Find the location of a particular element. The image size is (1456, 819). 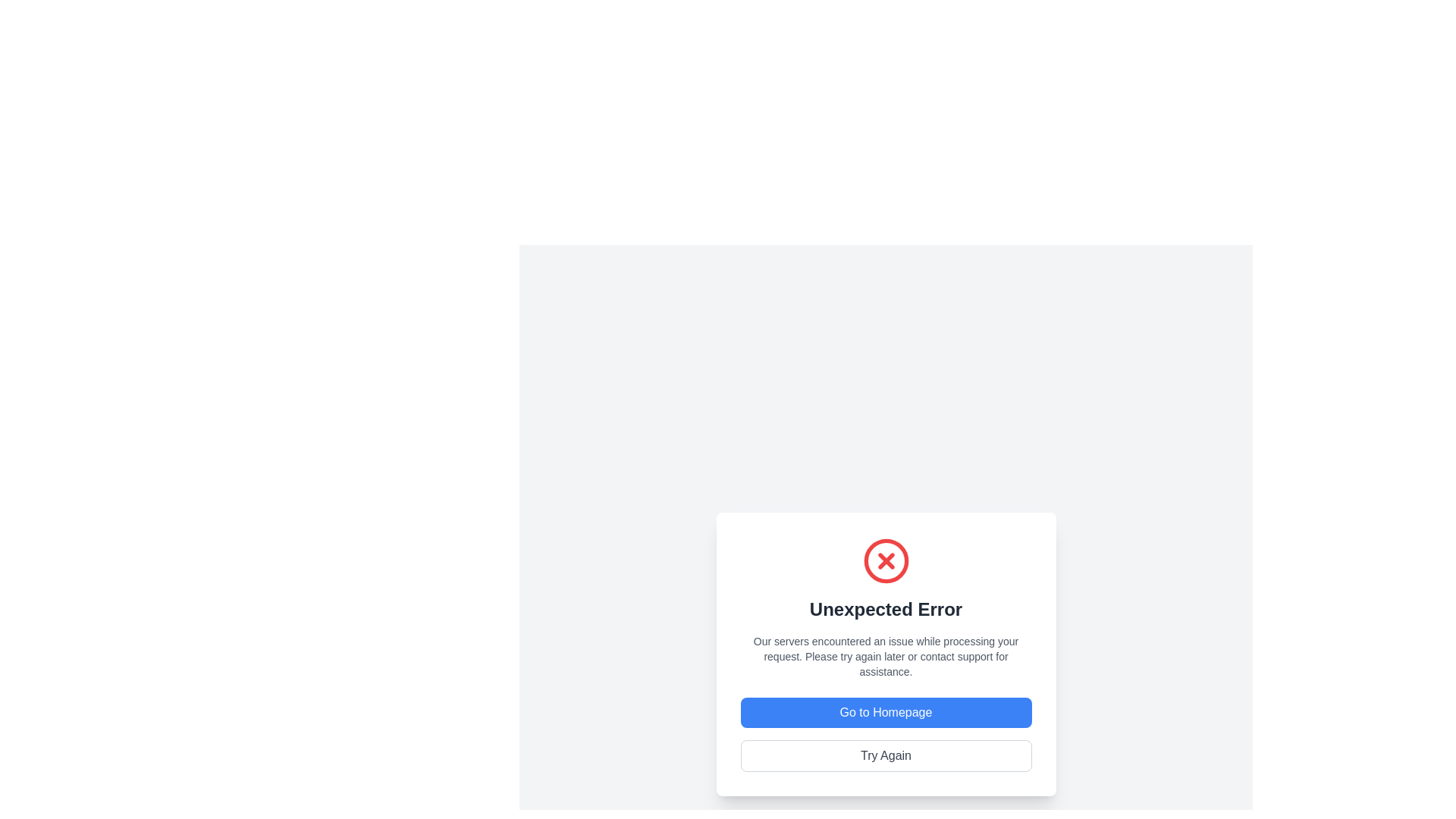

the error indicator icon located centrally above the text elements in the error message dialog box is located at coordinates (886, 561).